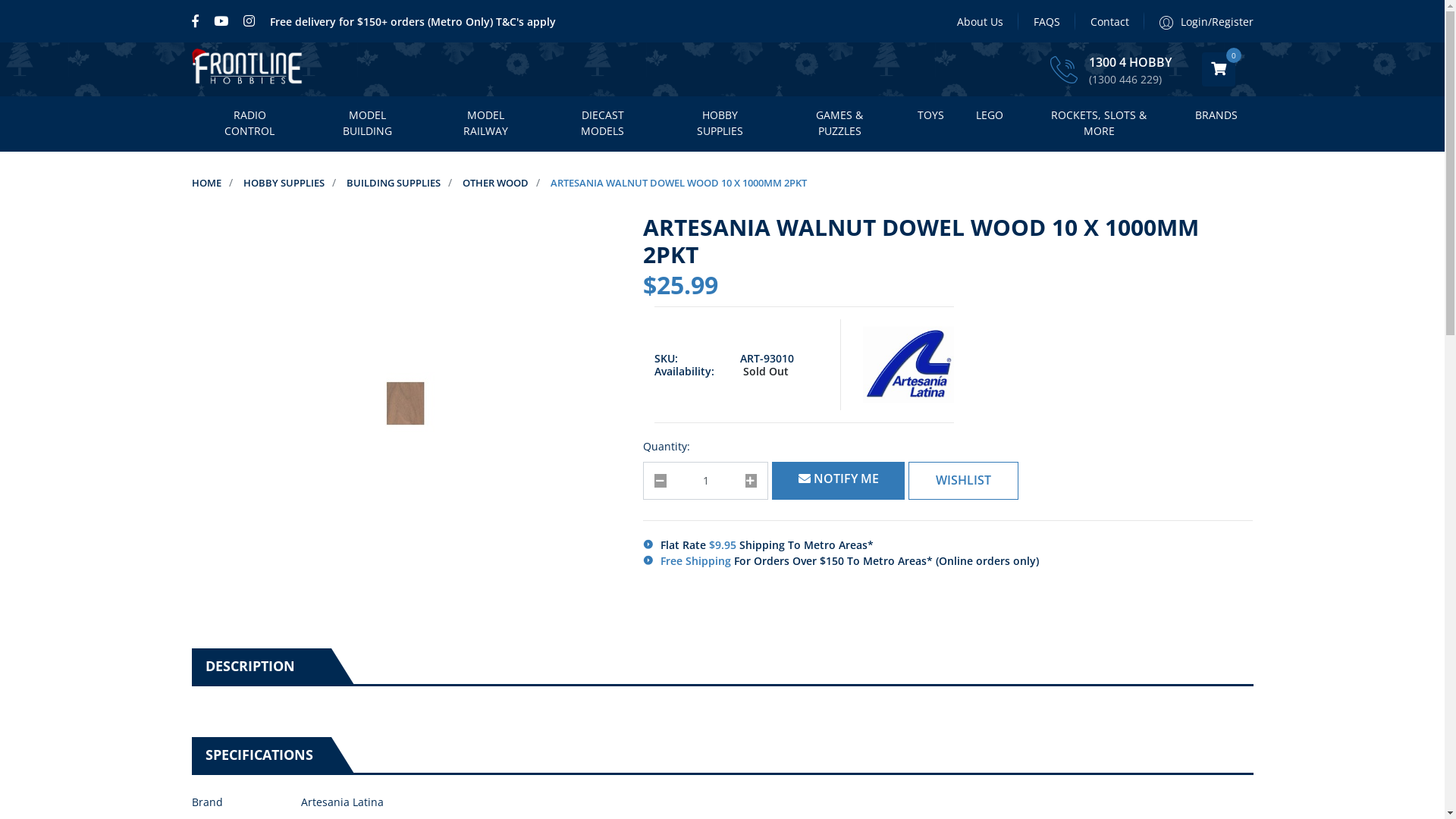 The image size is (1456, 819). What do you see at coordinates (771, 480) in the screenshot?
I see `'NOTIFY ME'` at bounding box center [771, 480].